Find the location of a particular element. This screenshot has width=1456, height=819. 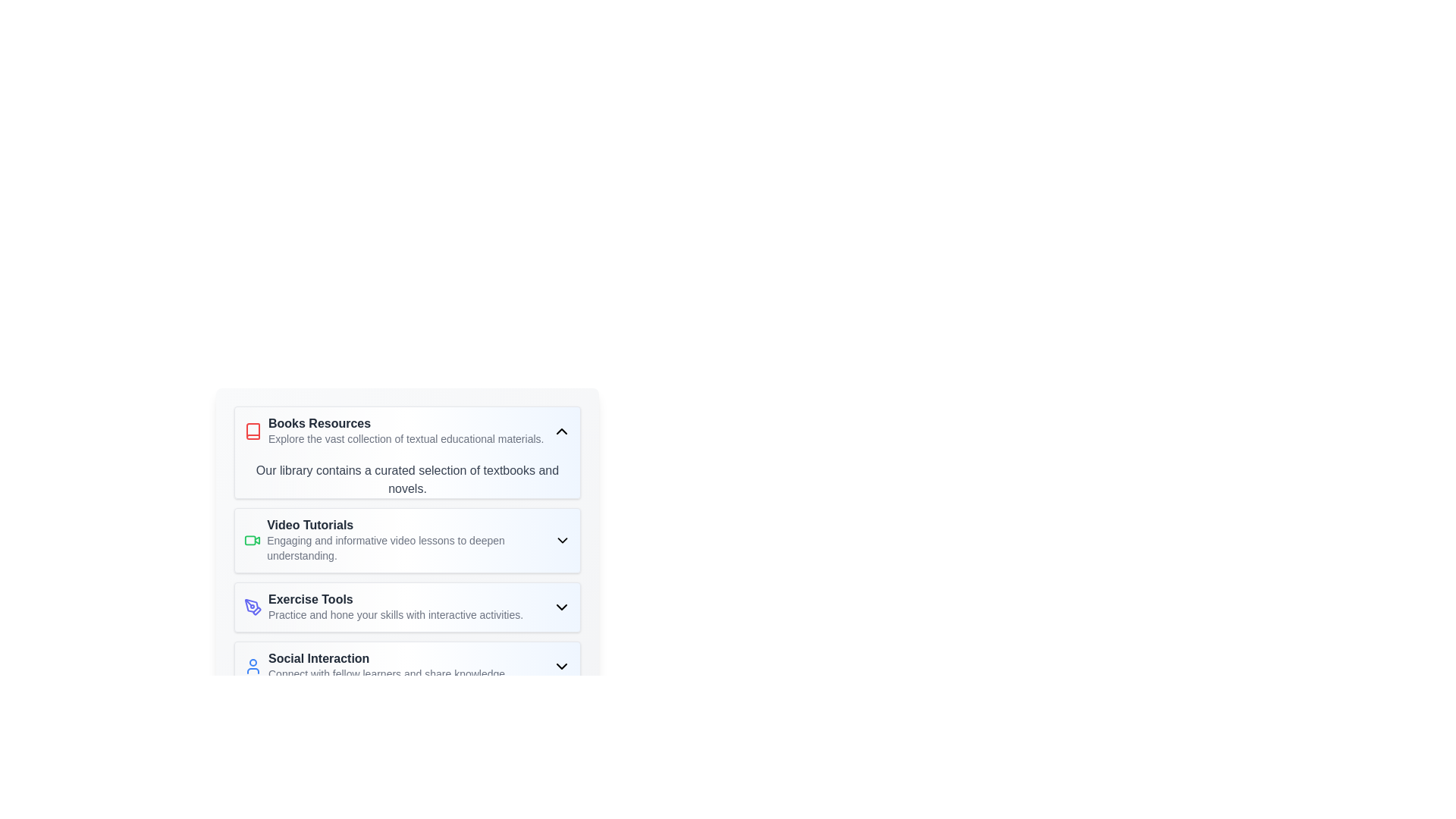

the textual component titled 'Social Interaction' is located at coordinates (388, 666).